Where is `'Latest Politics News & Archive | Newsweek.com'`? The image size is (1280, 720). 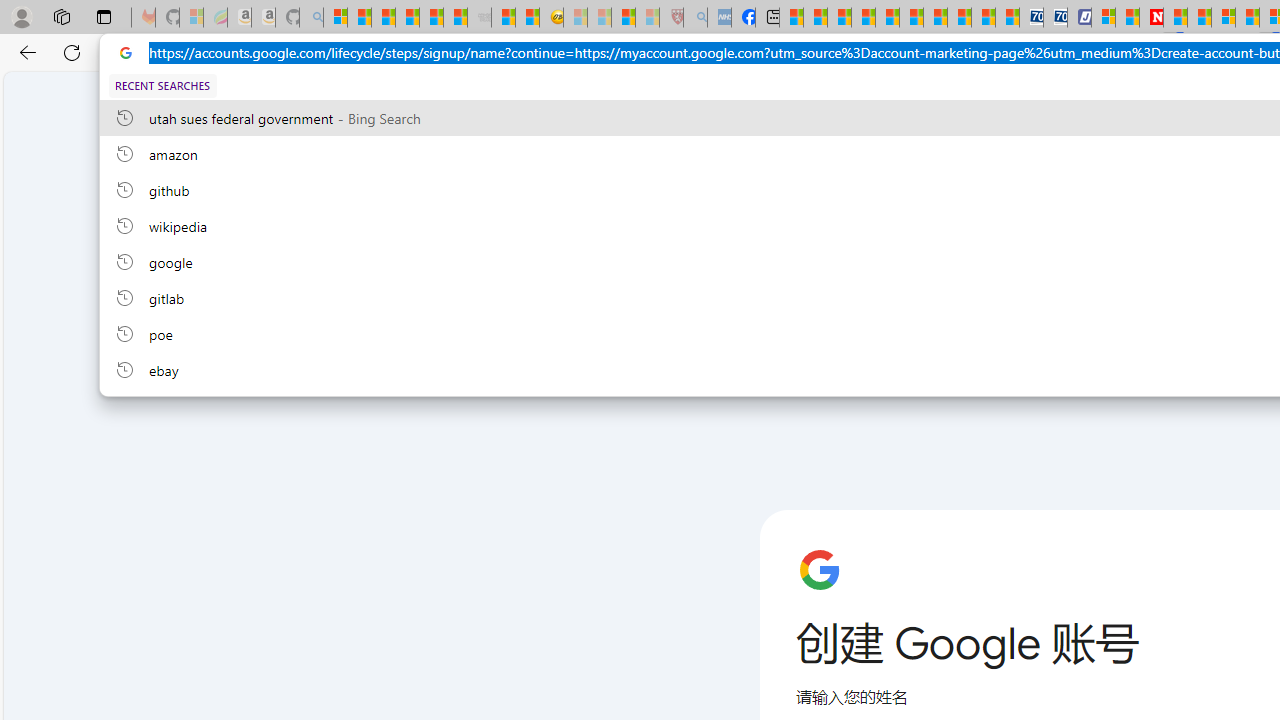 'Latest Politics News & Archive | Newsweek.com' is located at coordinates (1152, 17).